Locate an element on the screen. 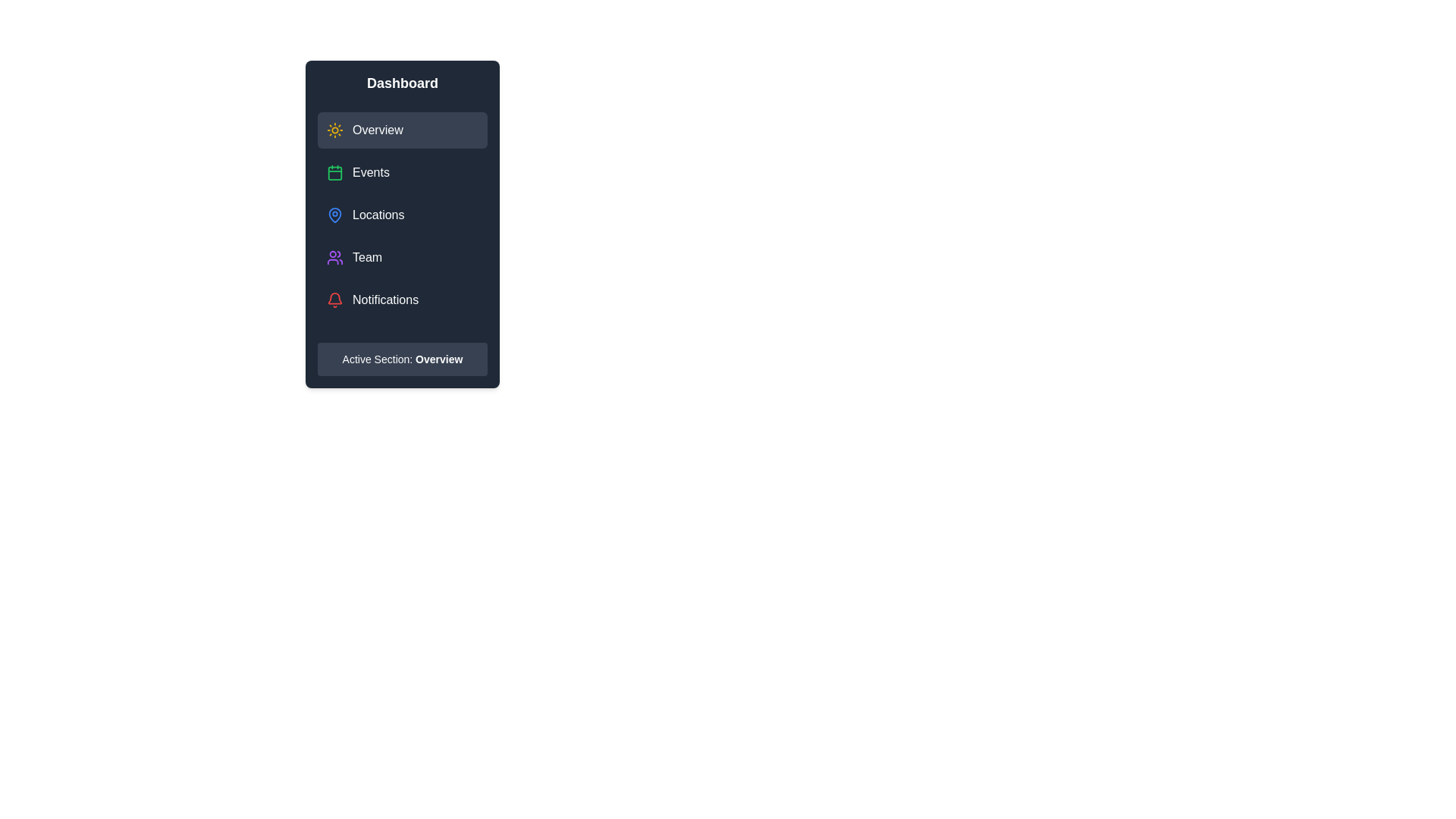 The height and width of the screenshot is (819, 1456). the menu item Notifications to navigate to the corresponding section is located at coordinates (403, 300).